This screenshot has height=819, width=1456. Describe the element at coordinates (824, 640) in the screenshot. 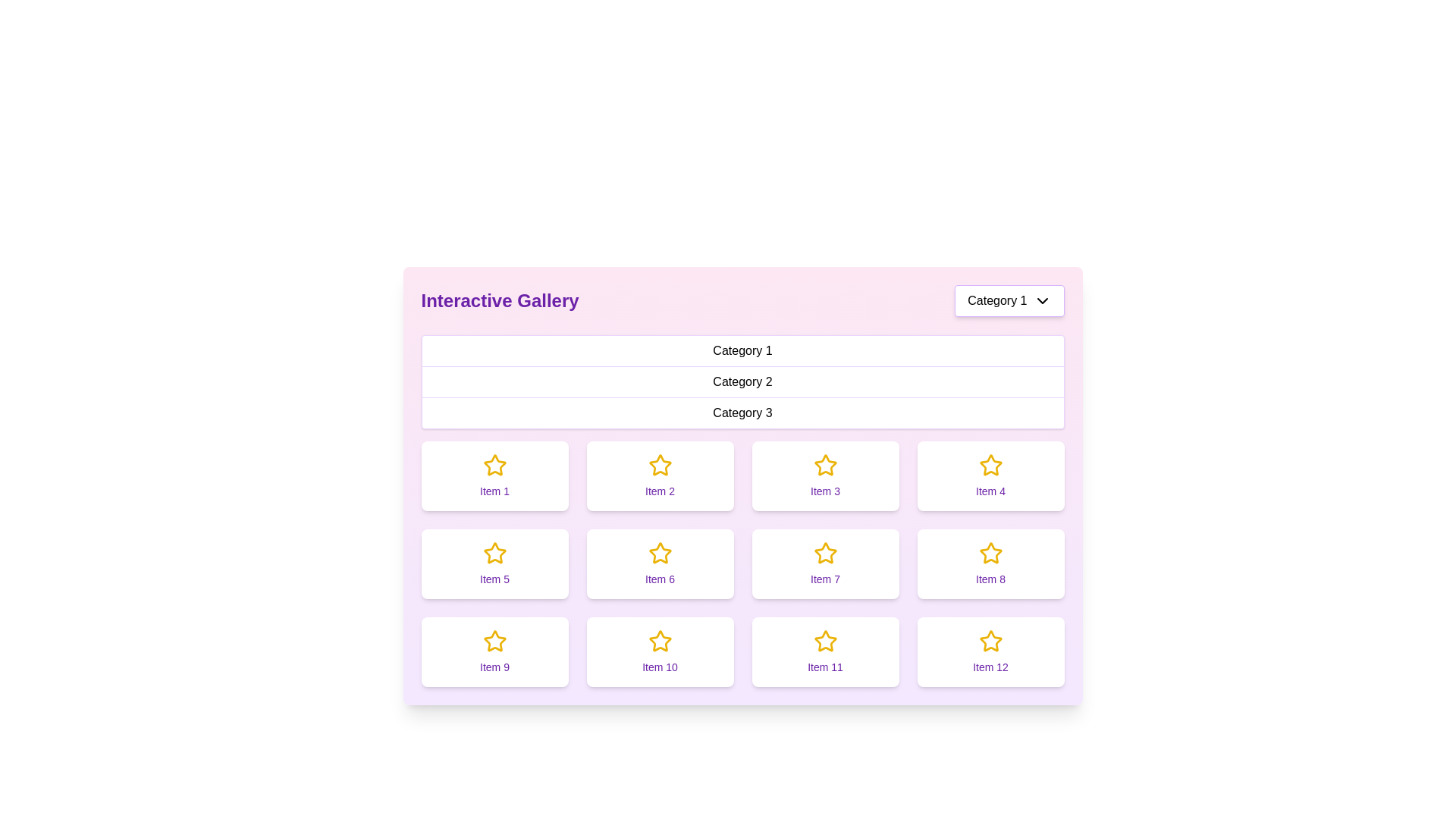

I see `the star-shaped icon with a yellow outline associated with 'Item 11' to rate or select the item` at that location.